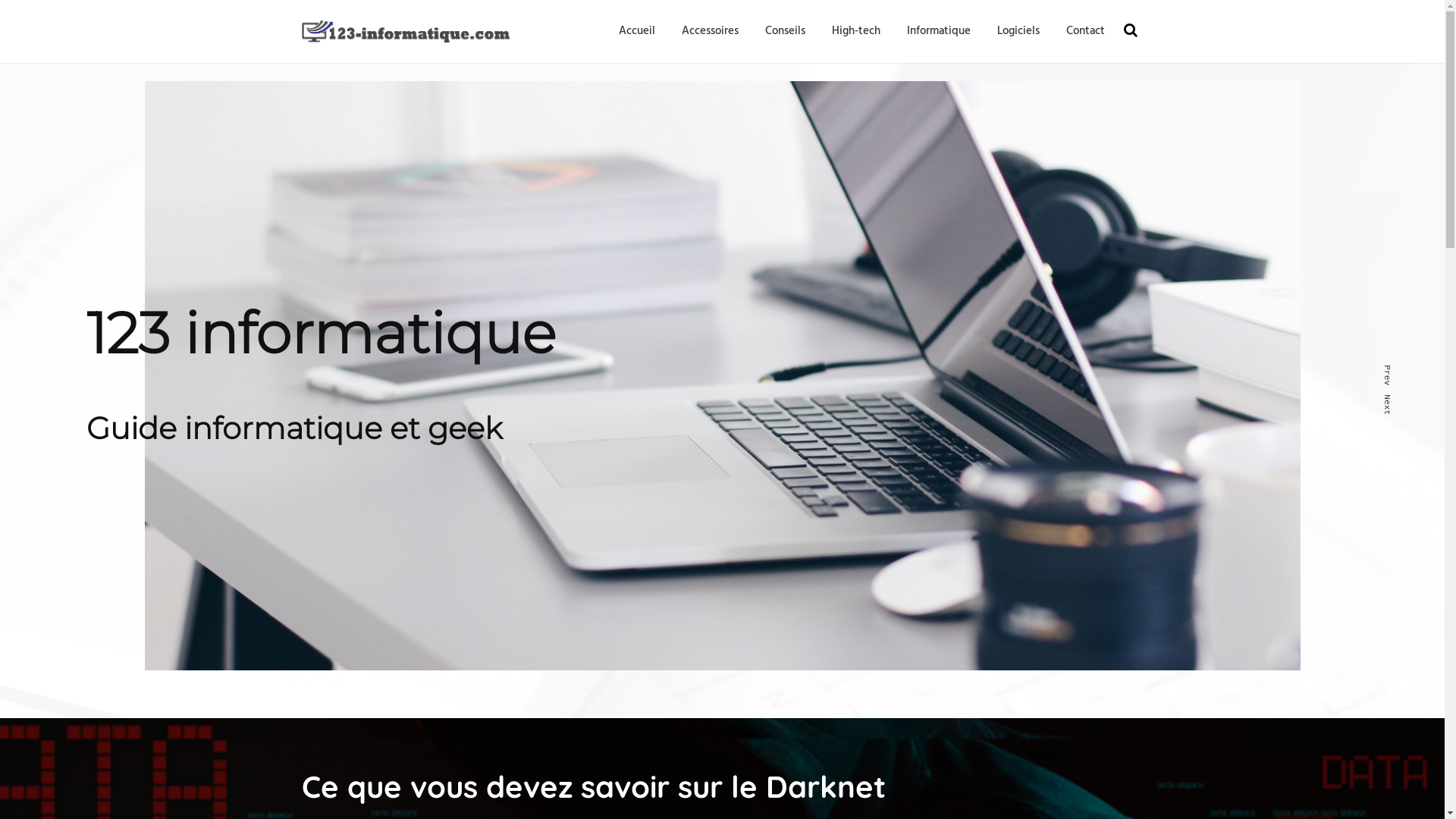  Describe the element at coordinates (906, 31) in the screenshot. I see `'Informatique'` at that location.